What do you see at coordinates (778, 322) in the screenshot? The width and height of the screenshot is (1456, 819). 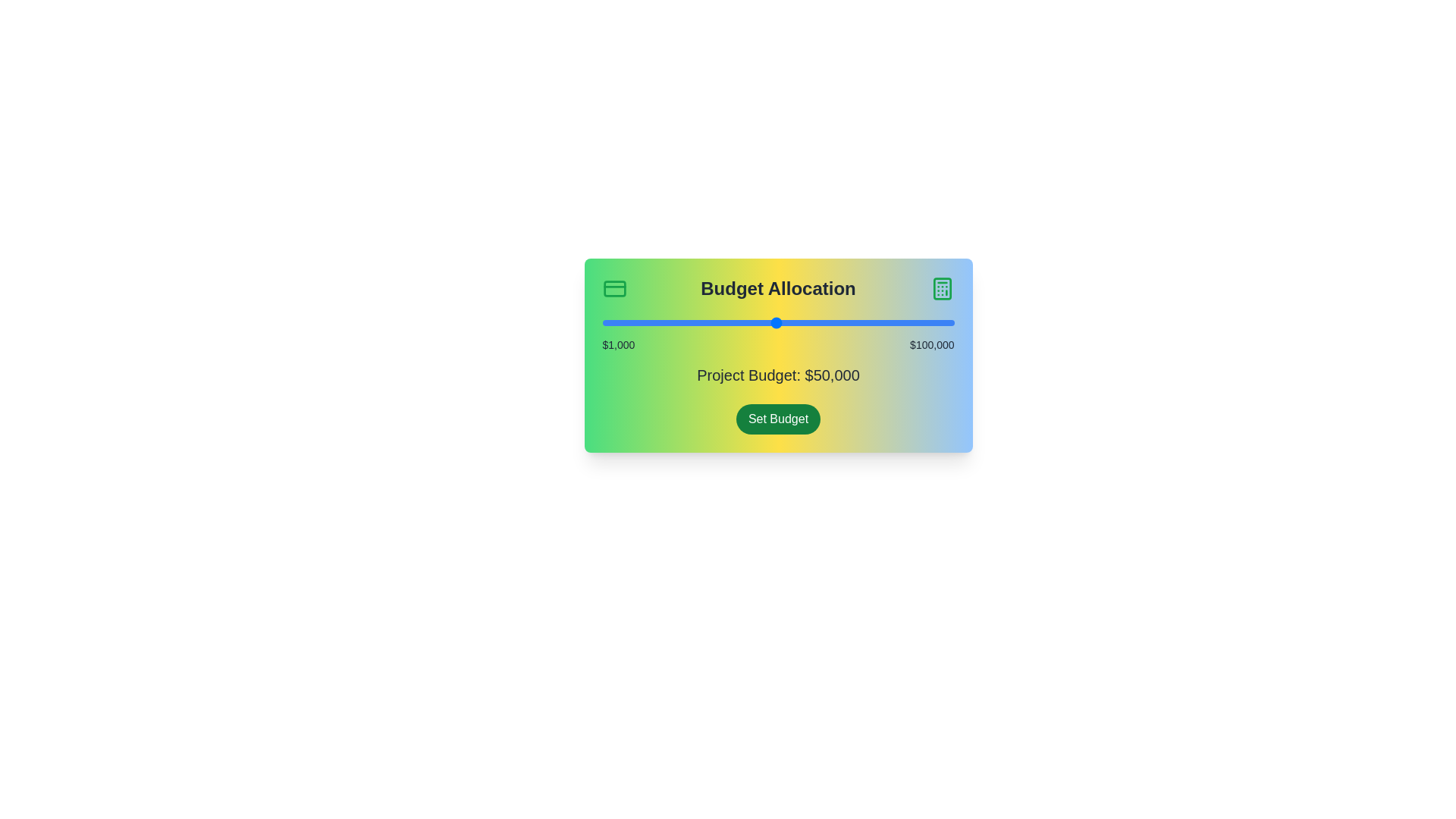 I see `the slider to view interactive feedback` at bounding box center [778, 322].